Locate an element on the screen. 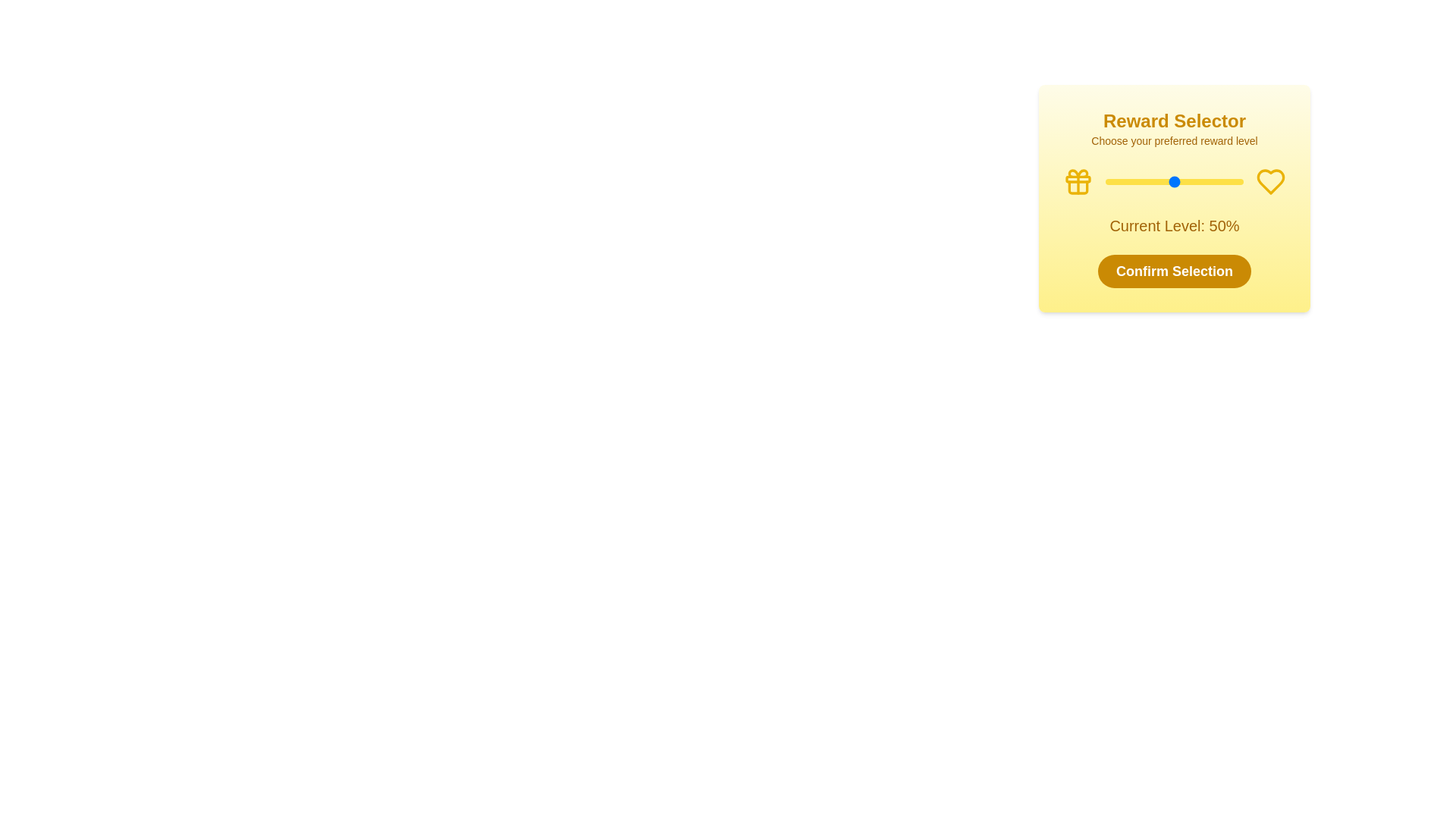  the 'Confirm Selection' button with a yellow background and white text located at the bottom of the 'Reward Selector' section to confirm the selection is located at coordinates (1174, 271).